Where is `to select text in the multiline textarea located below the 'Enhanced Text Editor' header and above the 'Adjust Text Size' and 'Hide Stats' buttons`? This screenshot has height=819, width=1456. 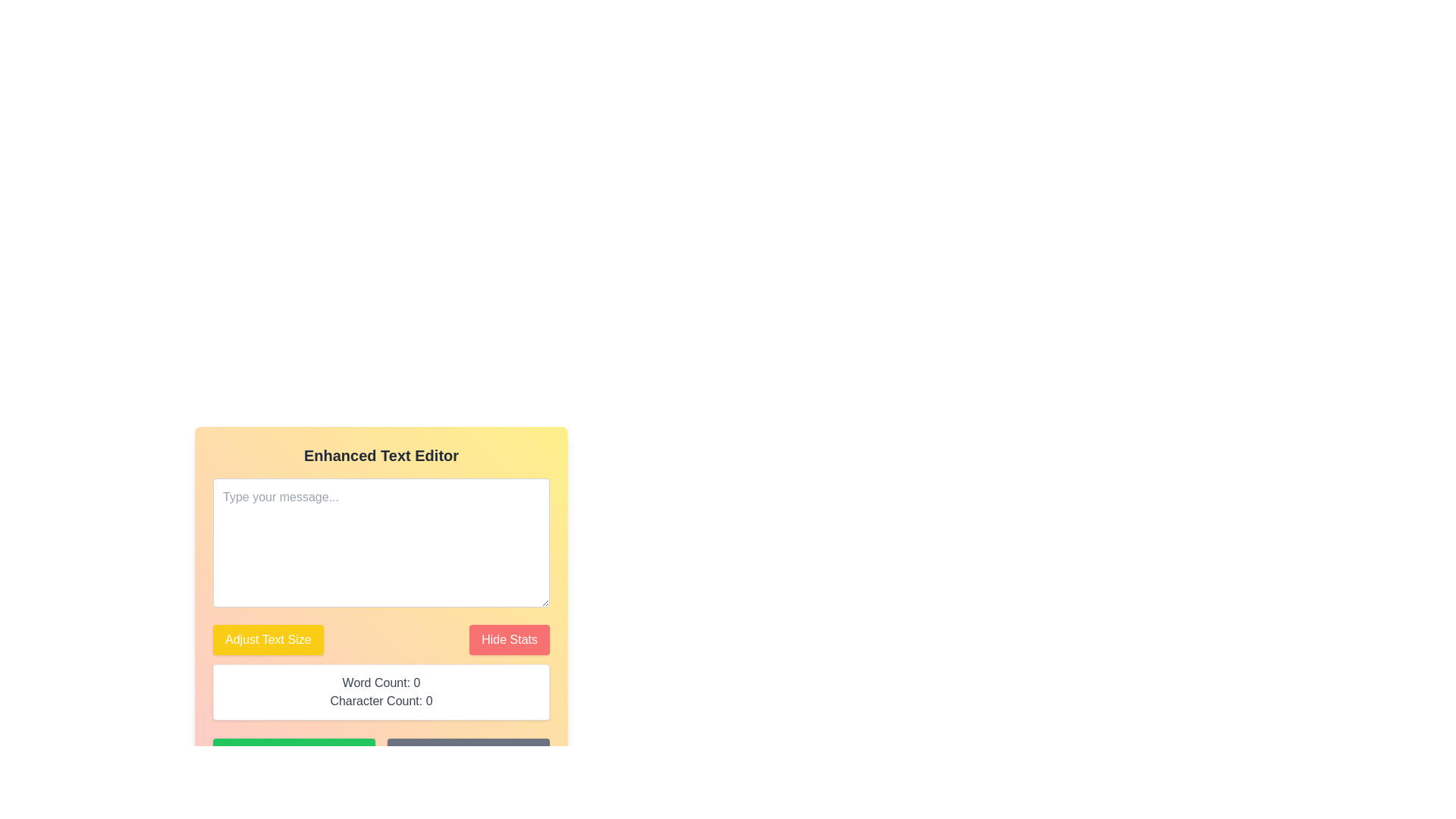
to select text in the multiline textarea located below the 'Enhanced Text Editor' header and above the 'Adjust Text Size' and 'Hide Stats' buttons is located at coordinates (381, 542).